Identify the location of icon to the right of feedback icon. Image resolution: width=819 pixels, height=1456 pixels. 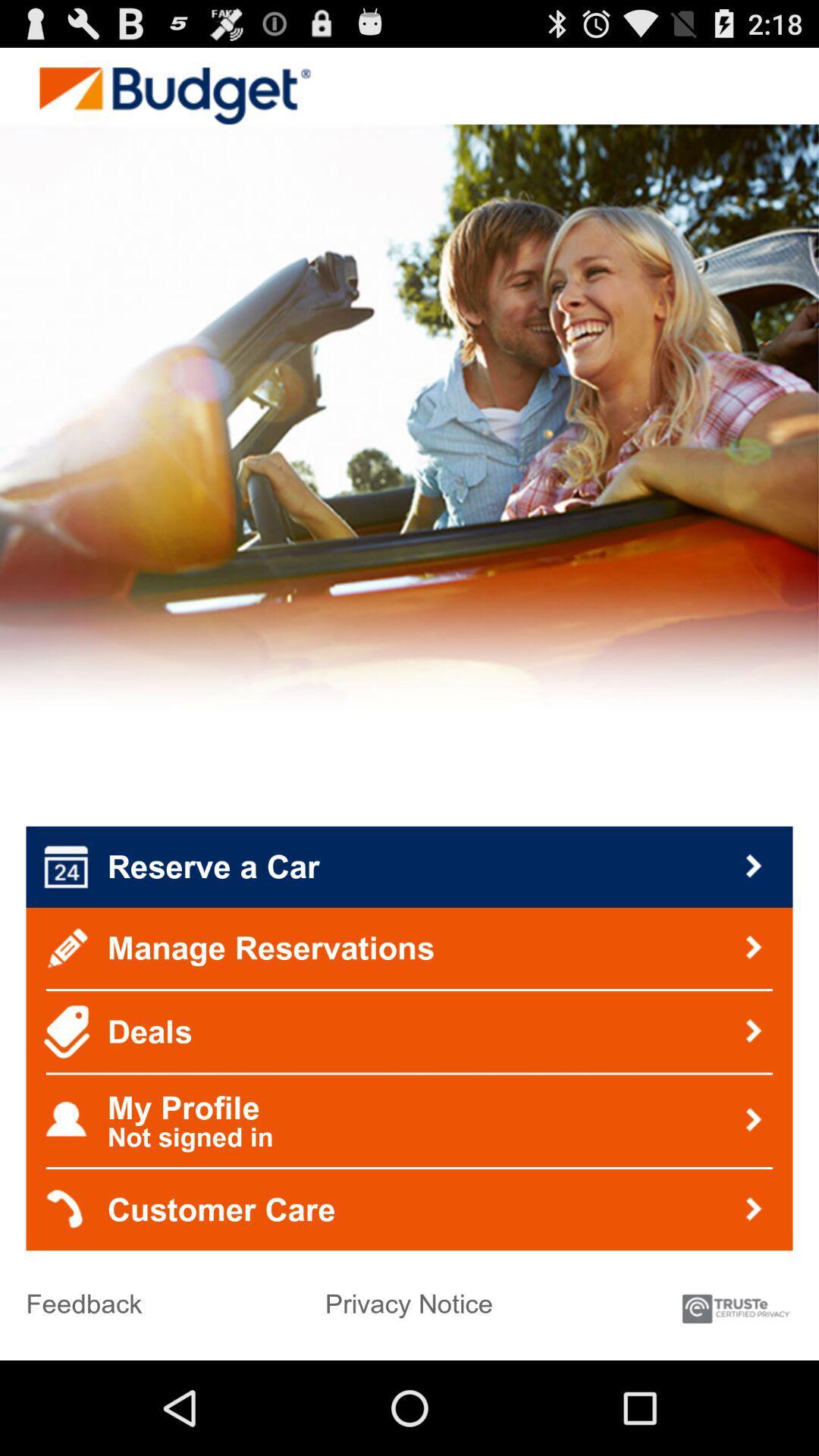
(408, 1297).